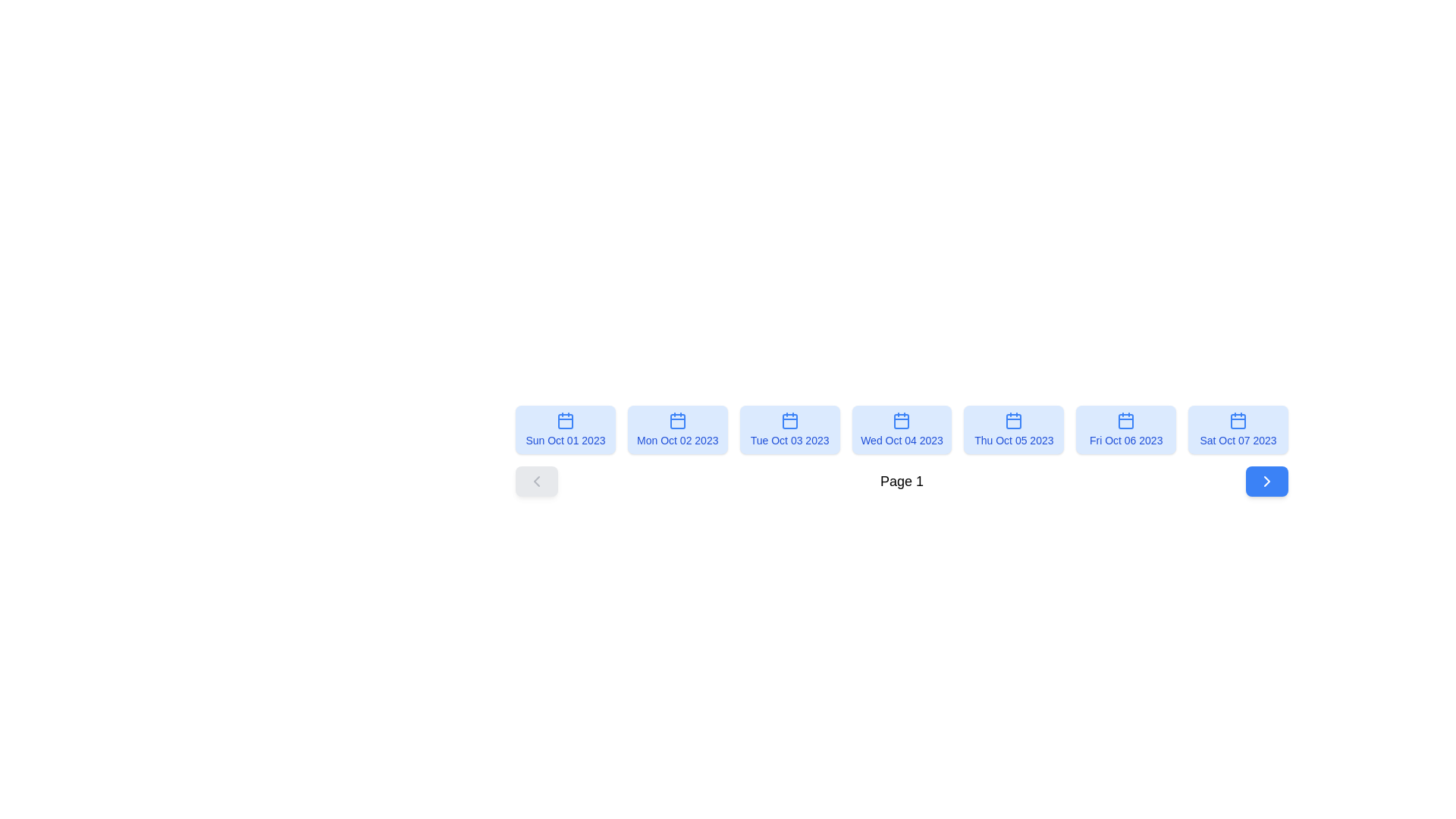 This screenshot has height=819, width=1456. What do you see at coordinates (564, 441) in the screenshot?
I see `the text label displaying the date 'Sun Oct 01 2023', which is part of the first panel in a horizontally aligned list of date-related panels located in the lower part of the interface` at bounding box center [564, 441].